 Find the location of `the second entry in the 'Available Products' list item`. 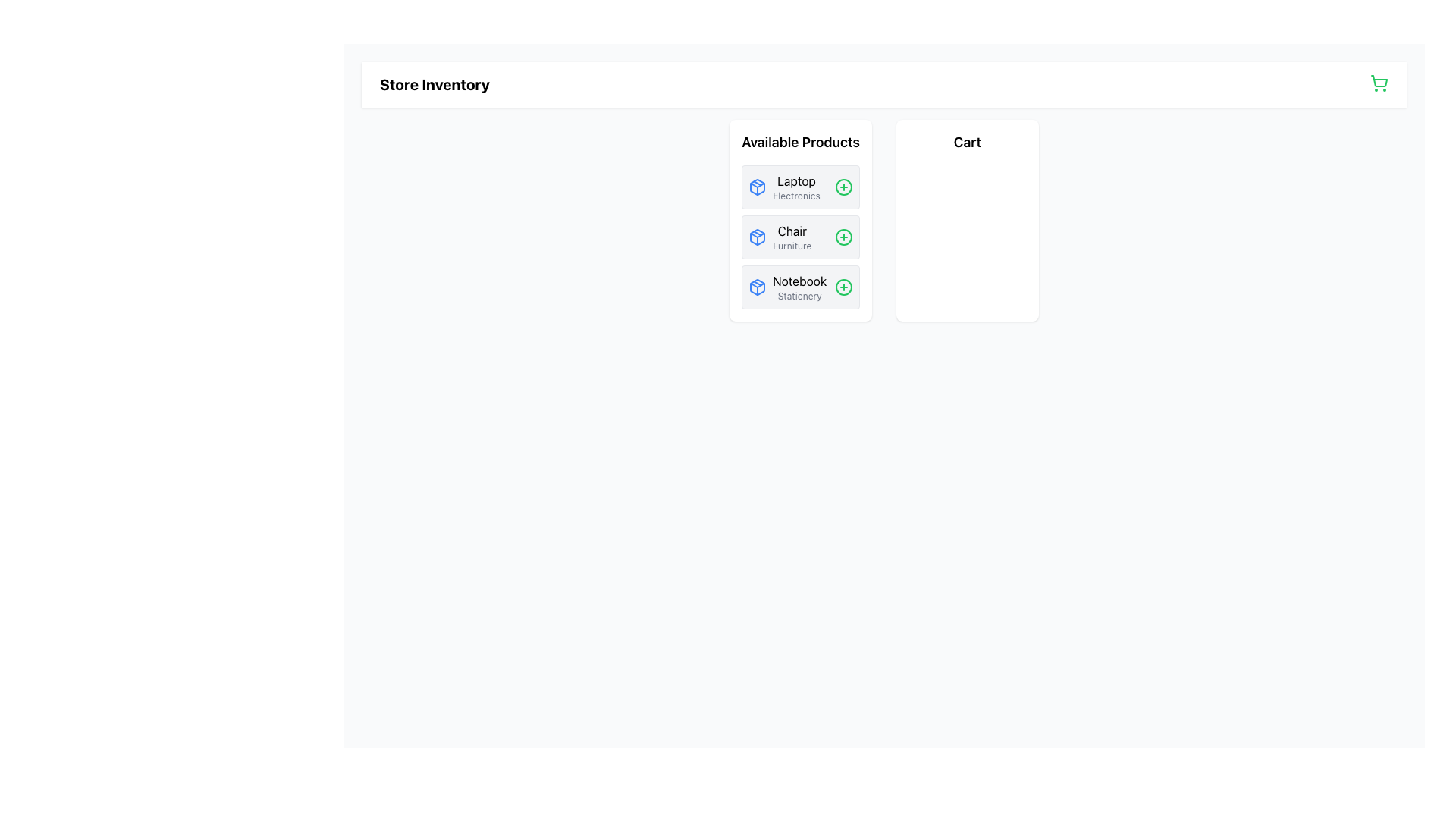

the second entry in the 'Available Products' list item is located at coordinates (800, 220).